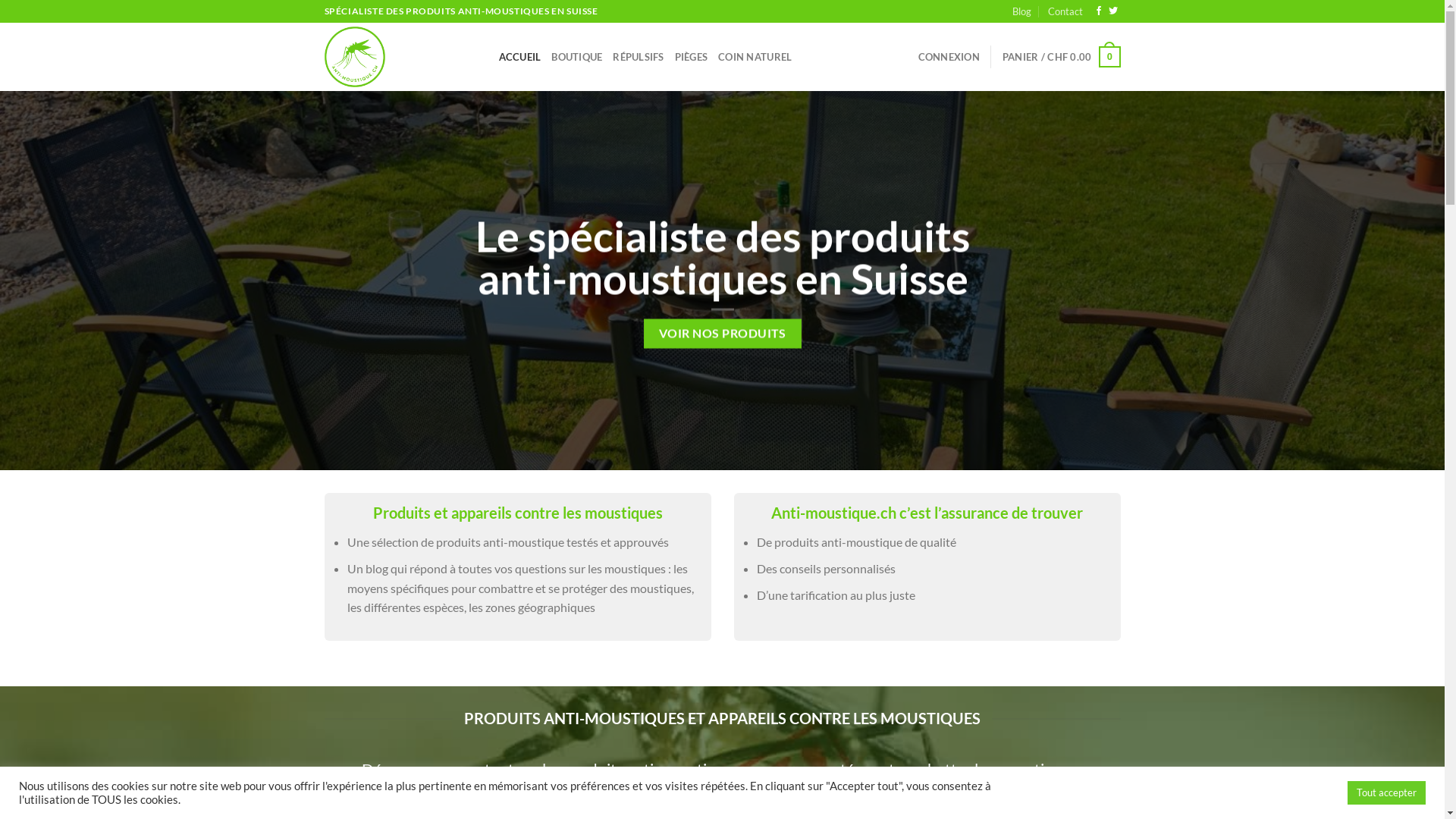  What do you see at coordinates (721, 333) in the screenshot?
I see `'VOIR NOS PRODUITS'` at bounding box center [721, 333].